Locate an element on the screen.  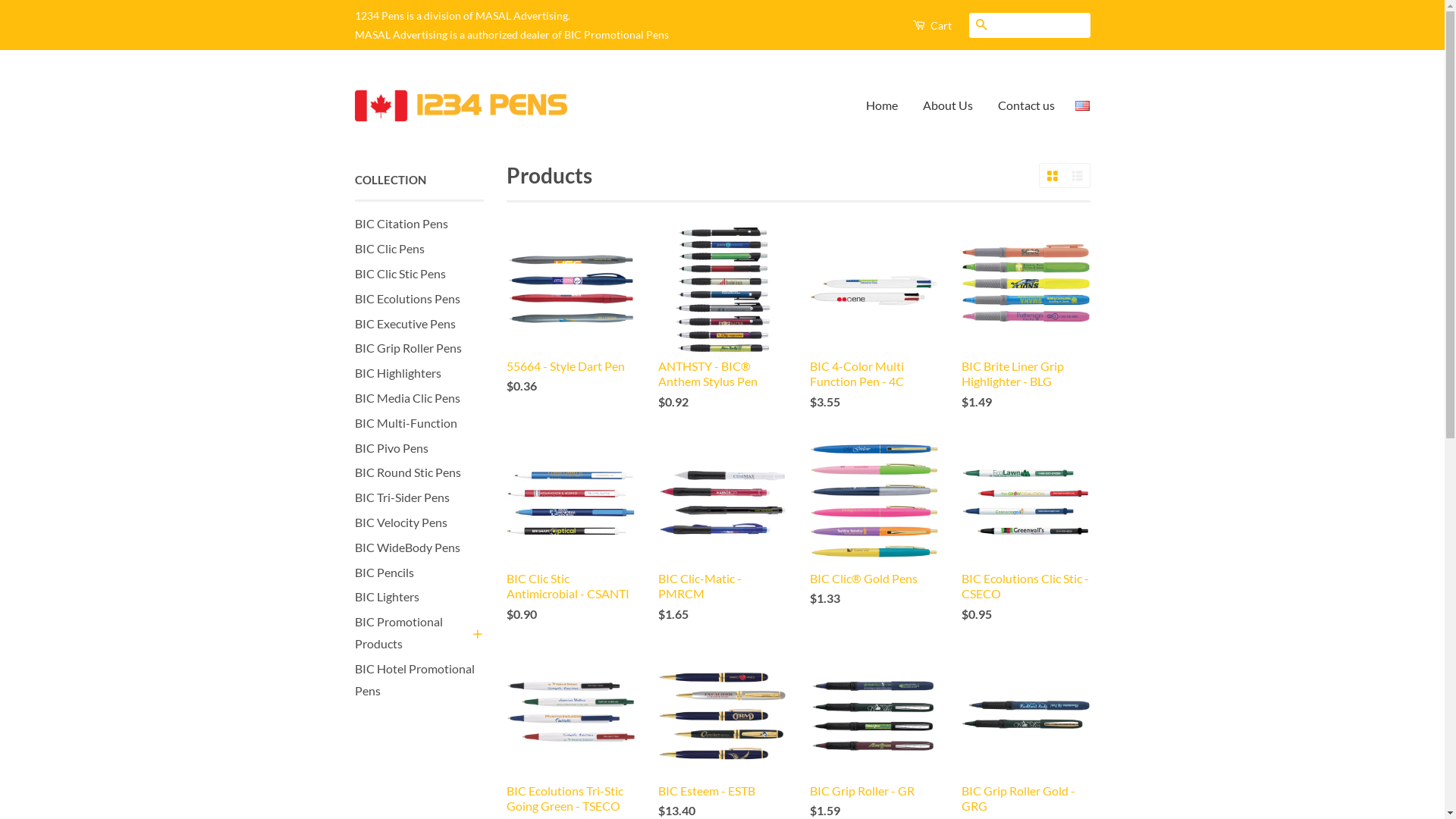
'BIC Round Stic Pens' is located at coordinates (407, 471).